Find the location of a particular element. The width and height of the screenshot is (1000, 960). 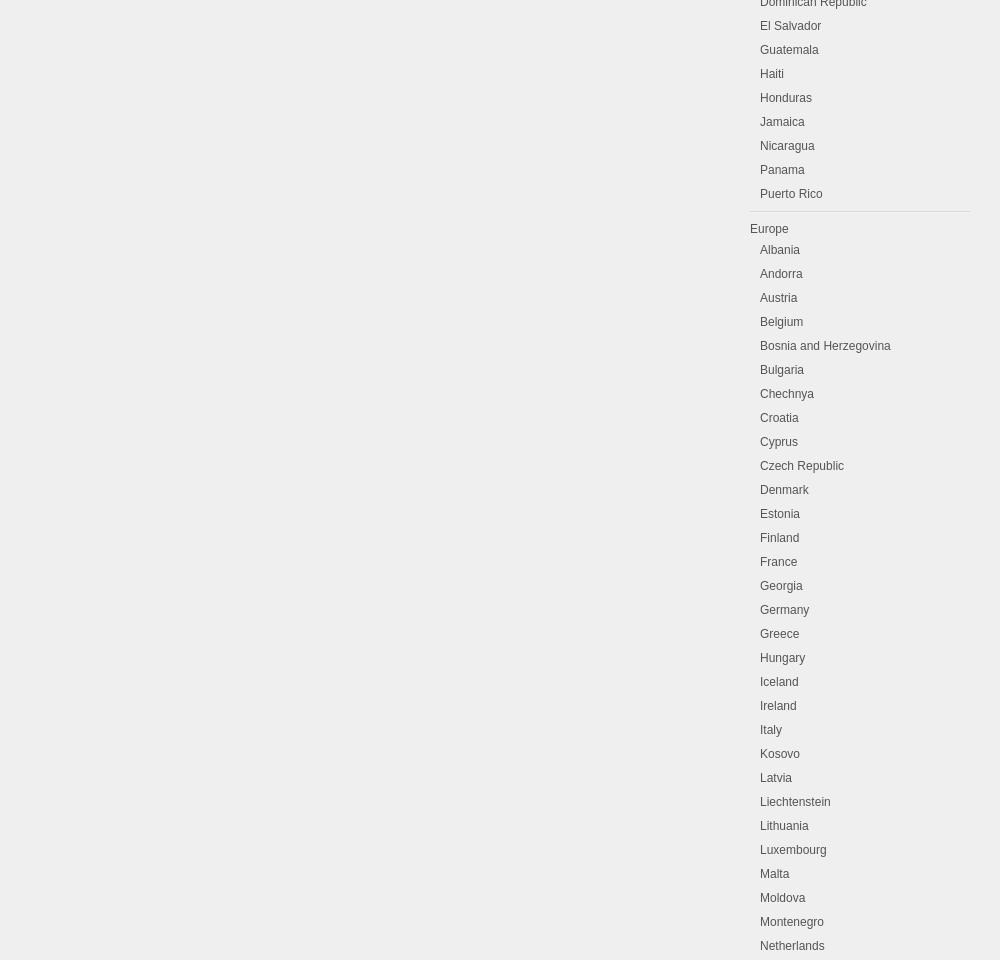

'Jamaica' is located at coordinates (760, 121).